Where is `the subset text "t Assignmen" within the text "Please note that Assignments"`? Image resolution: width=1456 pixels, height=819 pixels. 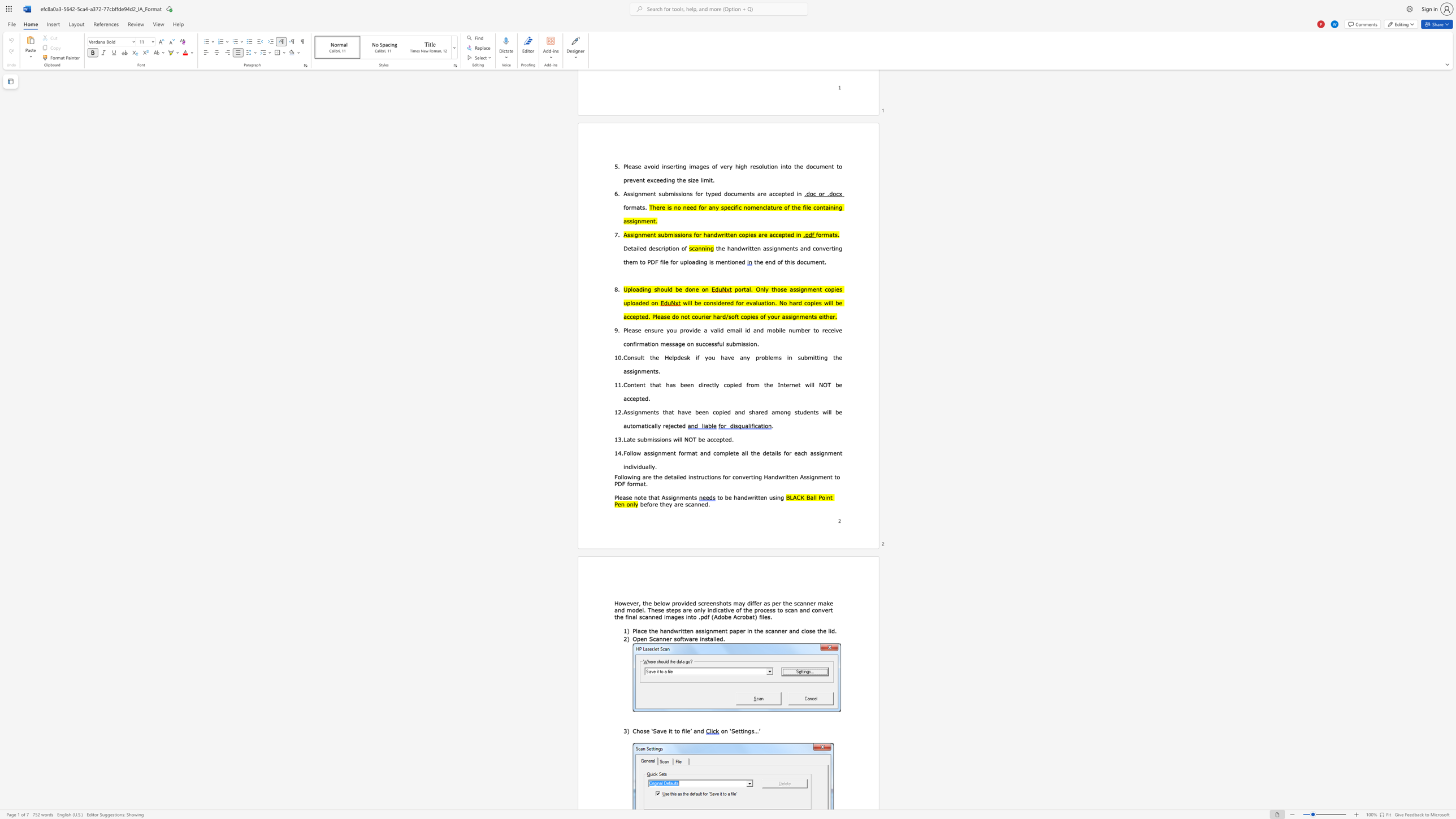 the subset text "t Assignmen" within the text "Please note that Assignments" is located at coordinates (657, 496).